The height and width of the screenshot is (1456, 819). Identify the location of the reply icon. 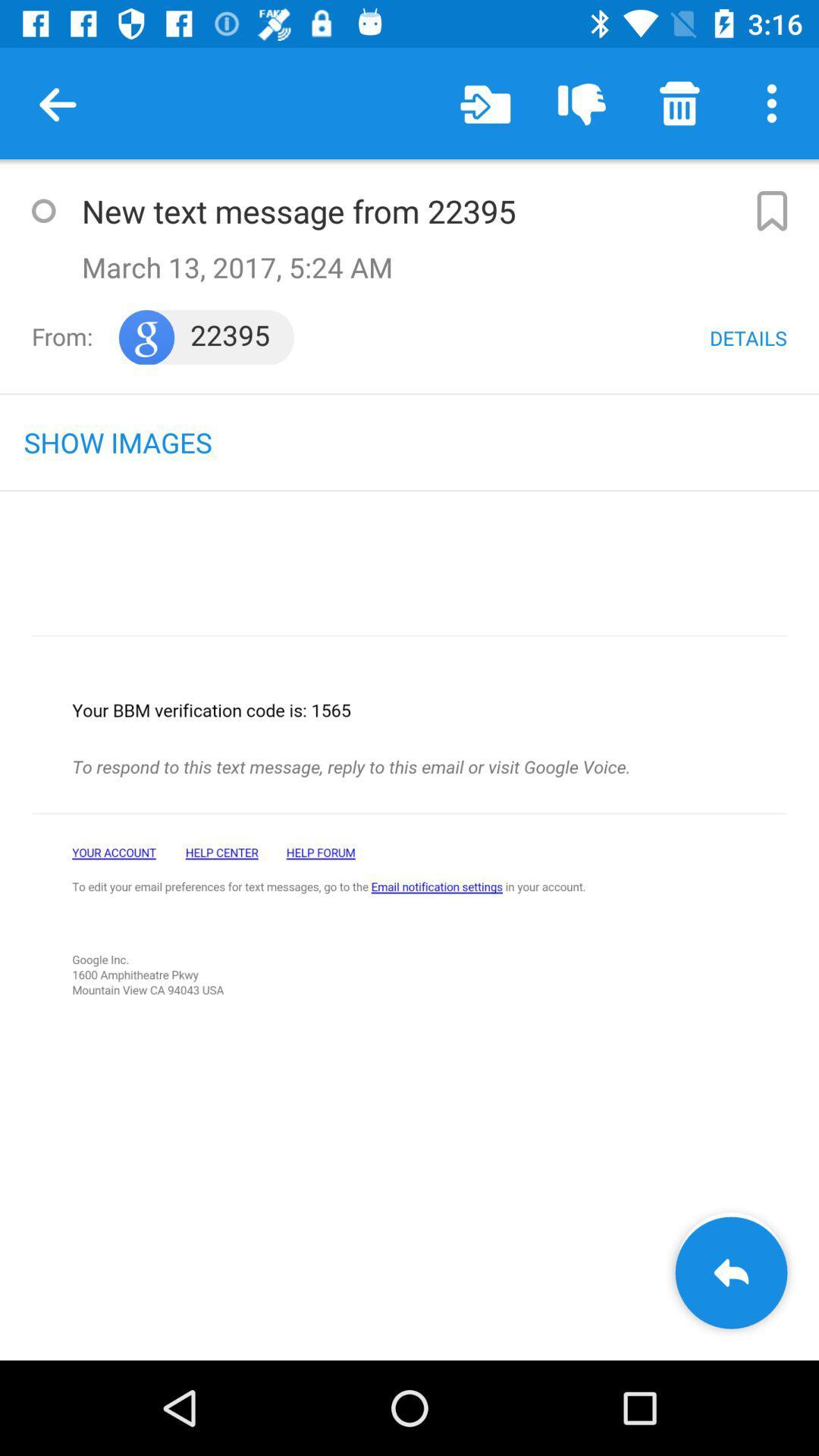
(730, 1272).